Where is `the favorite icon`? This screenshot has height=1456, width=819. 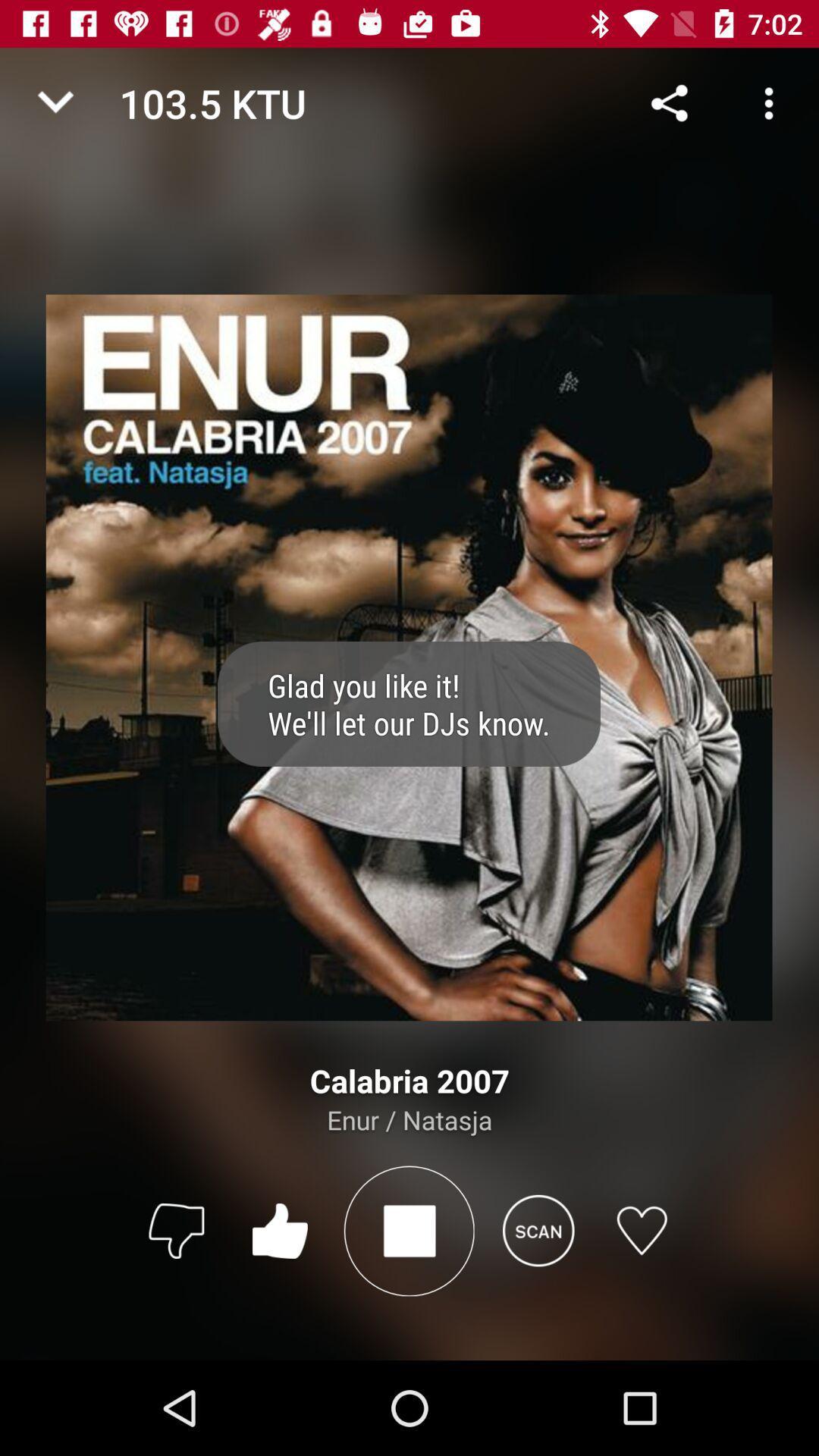 the favorite icon is located at coordinates (642, 1230).